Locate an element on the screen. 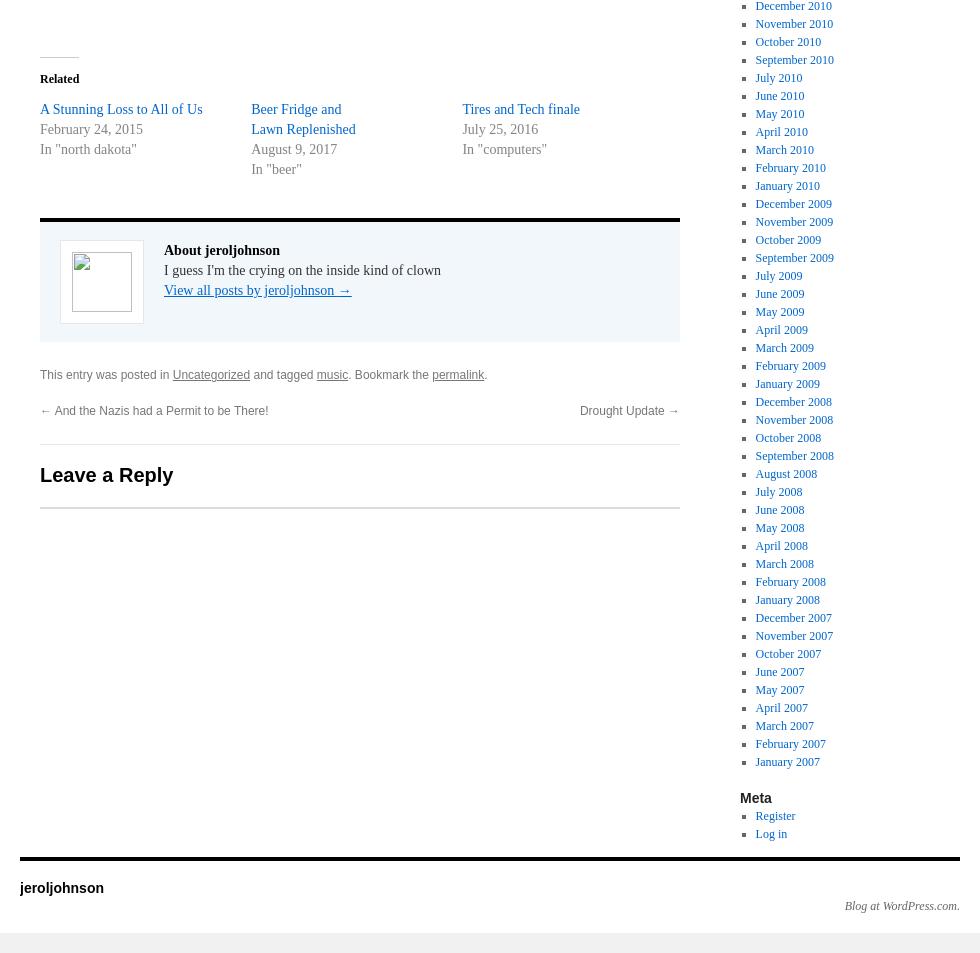 The width and height of the screenshot is (980, 953). 'December 2009' is located at coordinates (793, 203).